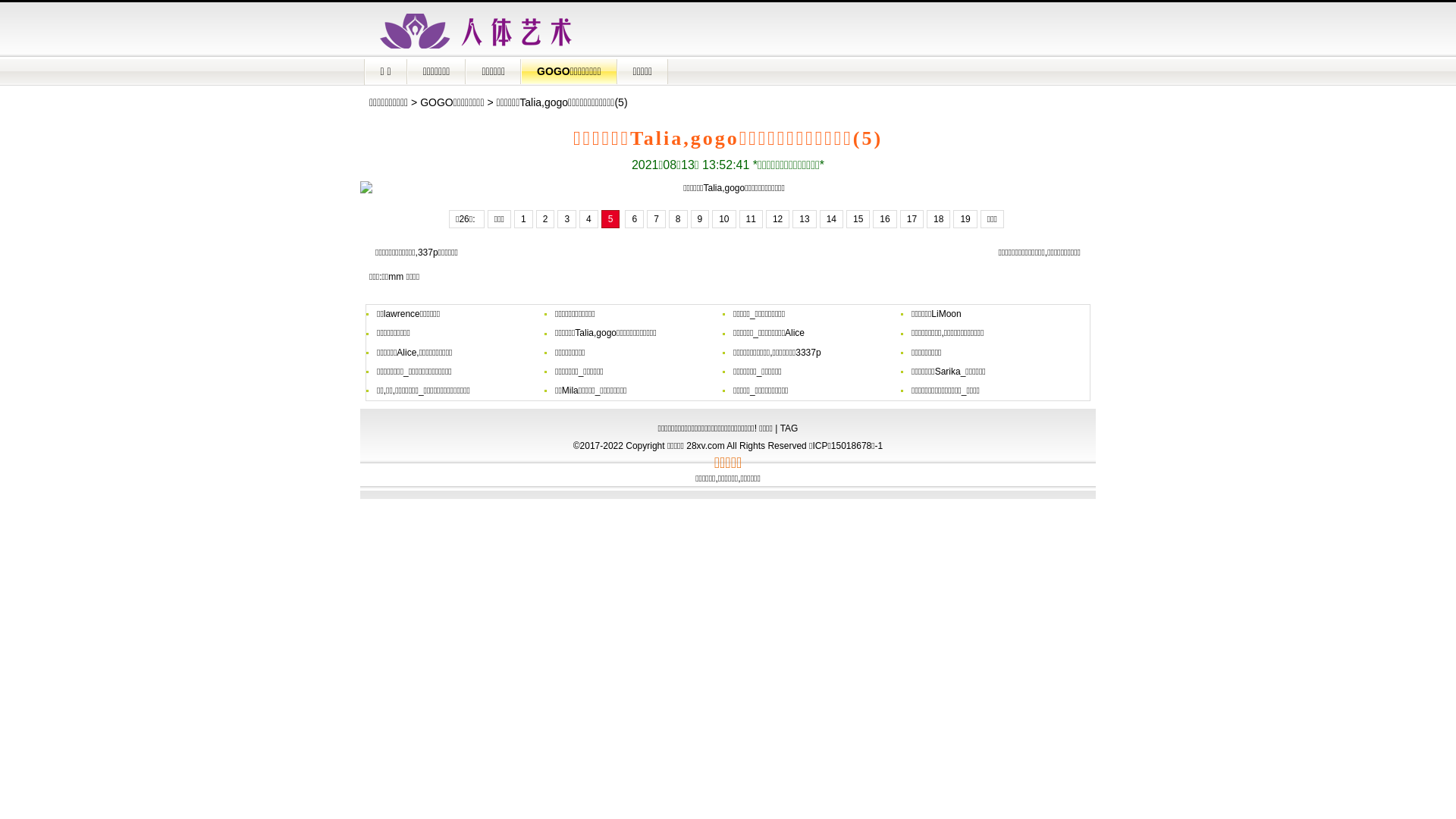  I want to click on '3', so click(566, 219).